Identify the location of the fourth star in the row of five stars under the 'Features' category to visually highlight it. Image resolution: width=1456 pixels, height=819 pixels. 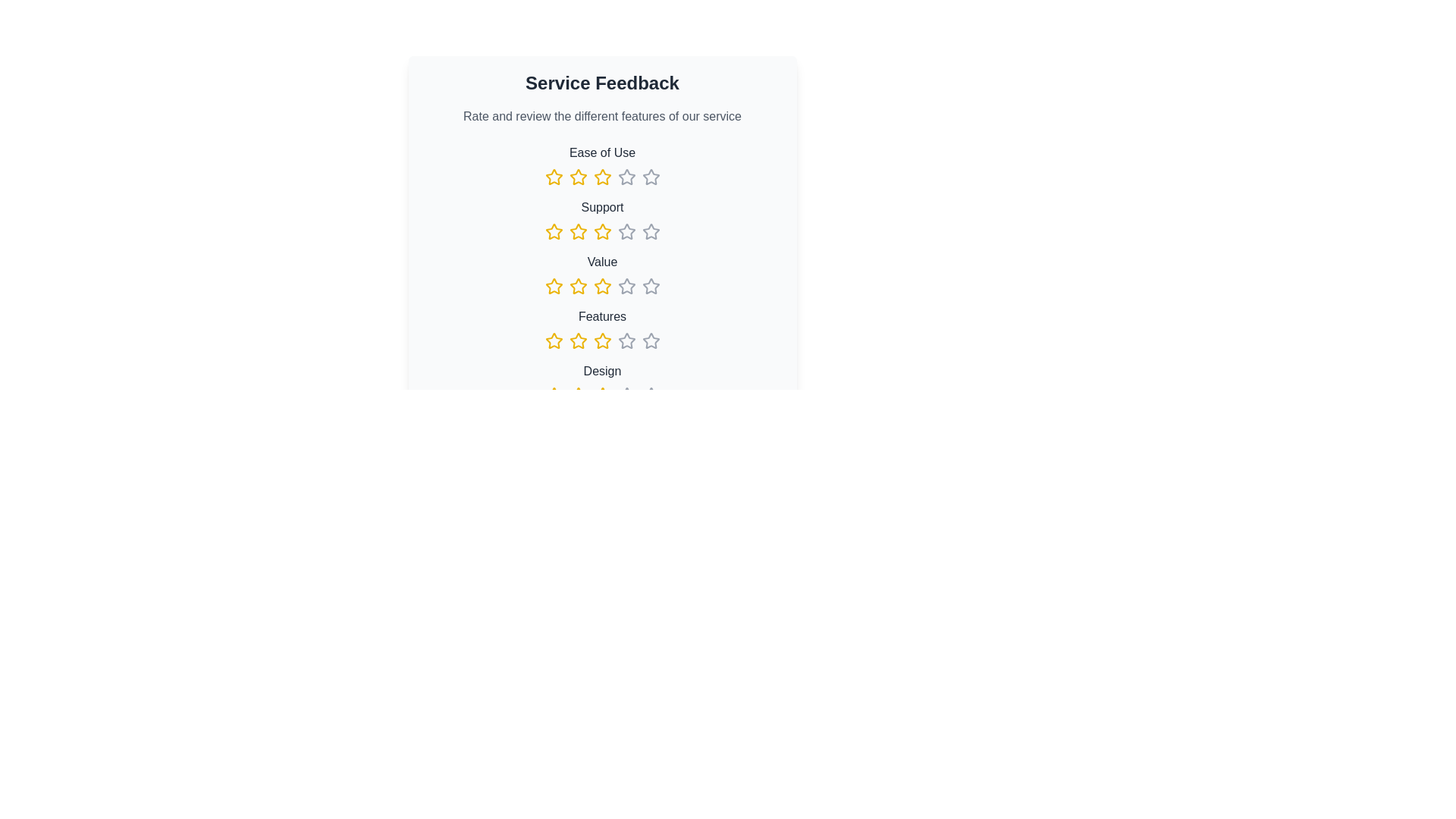
(553, 340).